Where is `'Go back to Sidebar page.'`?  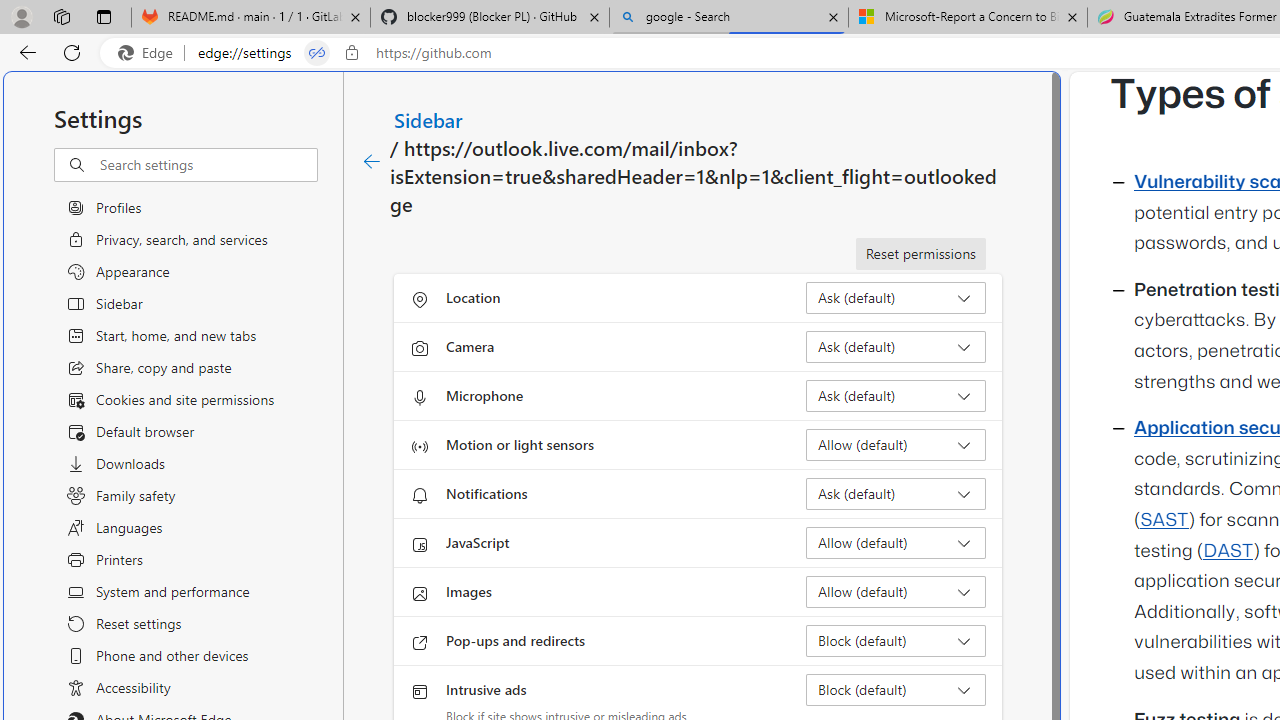
'Go back to Sidebar page.' is located at coordinates (372, 161).